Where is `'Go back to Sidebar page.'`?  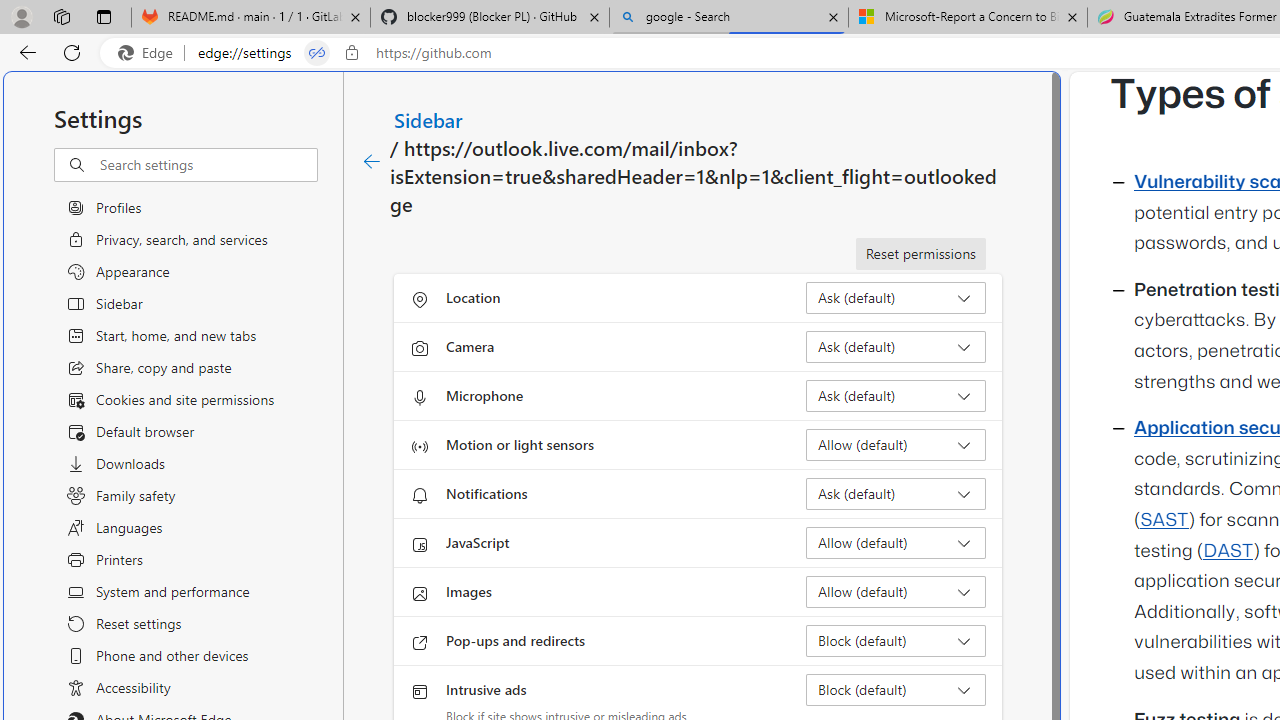
'Go back to Sidebar page.' is located at coordinates (372, 161).